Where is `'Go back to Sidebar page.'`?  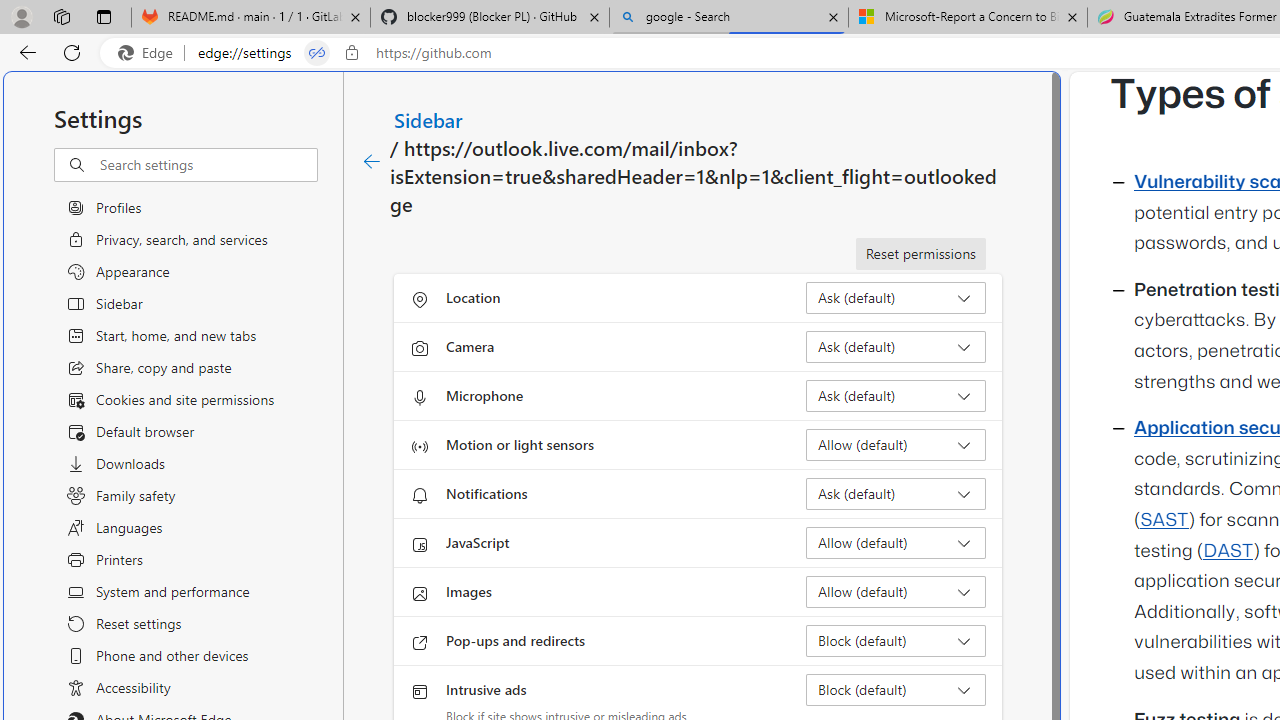
'Go back to Sidebar page.' is located at coordinates (372, 161).